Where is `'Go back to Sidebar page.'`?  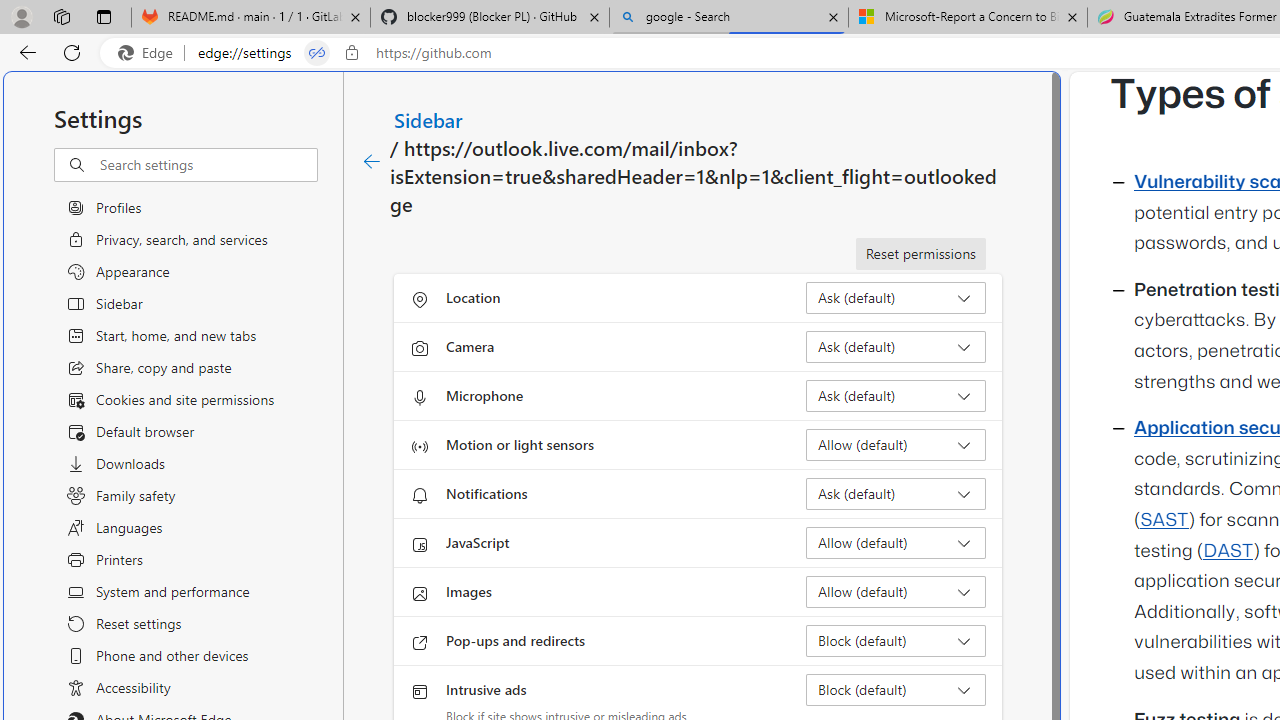
'Go back to Sidebar page.' is located at coordinates (372, 161).